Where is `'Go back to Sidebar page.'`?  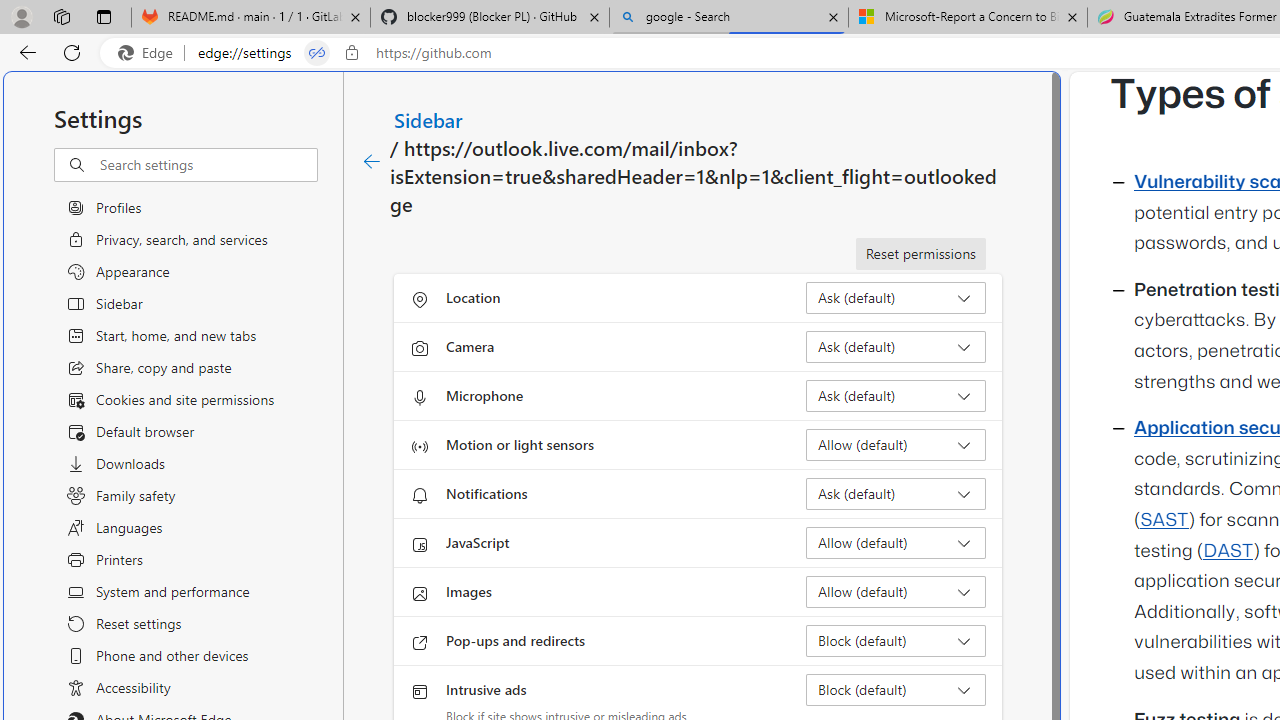
'Go back to Sidebar page.' is located at coordinates (372, 161).